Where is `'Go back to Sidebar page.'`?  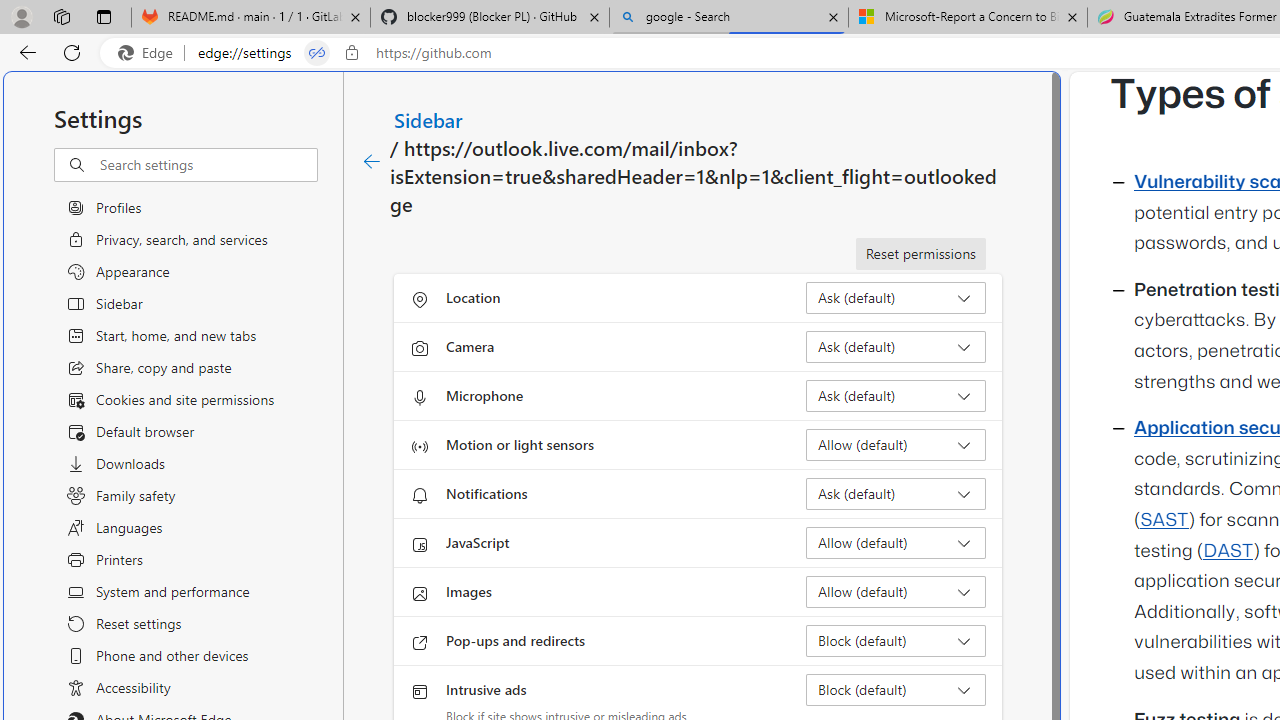
'Go back to Sidebar page.' is located at coordinates (372, 161).